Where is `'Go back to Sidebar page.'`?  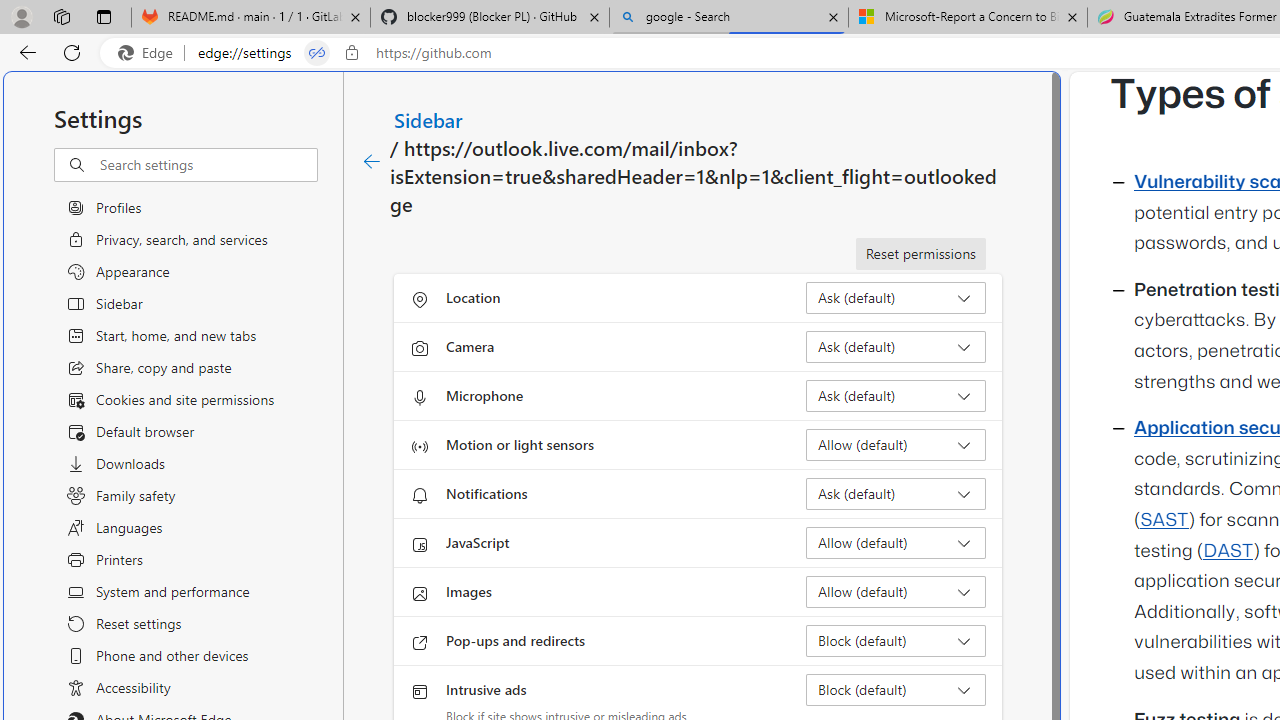
'Go back to Sidebar page.' is located at coordinates (372, 161).